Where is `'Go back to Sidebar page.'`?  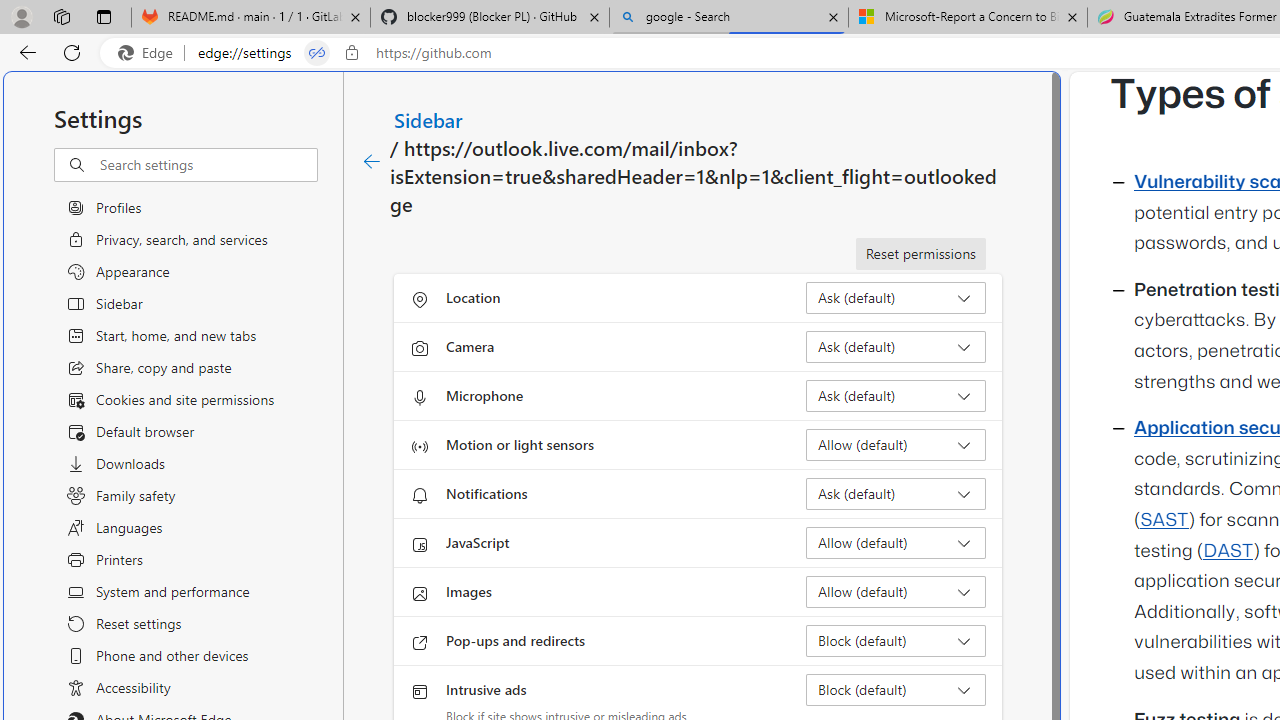
'Go back to Sidebar page.' is located at coordinates (372, 161).